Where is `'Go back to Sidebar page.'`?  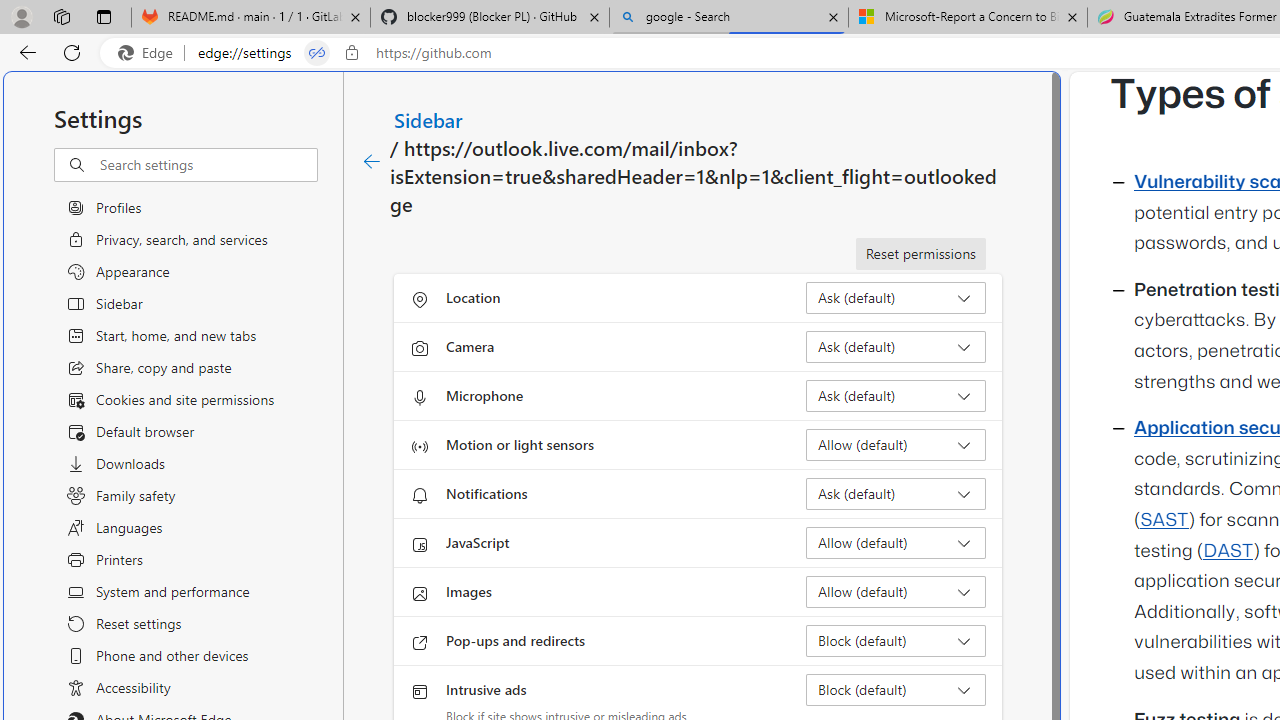
'Go back to Sidebar page.' is located at coordinates (372, 161).